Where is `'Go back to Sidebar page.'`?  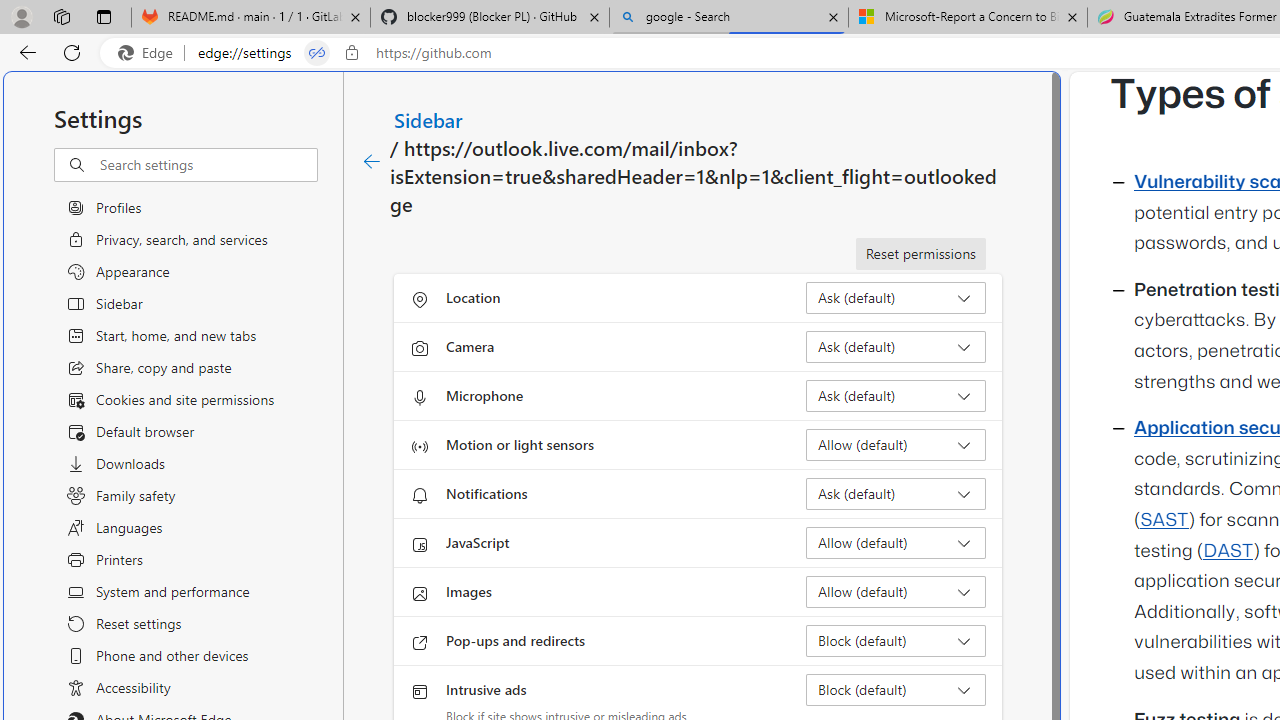
'Go back to Sidebar page.' is located at coordinates (372, 161).